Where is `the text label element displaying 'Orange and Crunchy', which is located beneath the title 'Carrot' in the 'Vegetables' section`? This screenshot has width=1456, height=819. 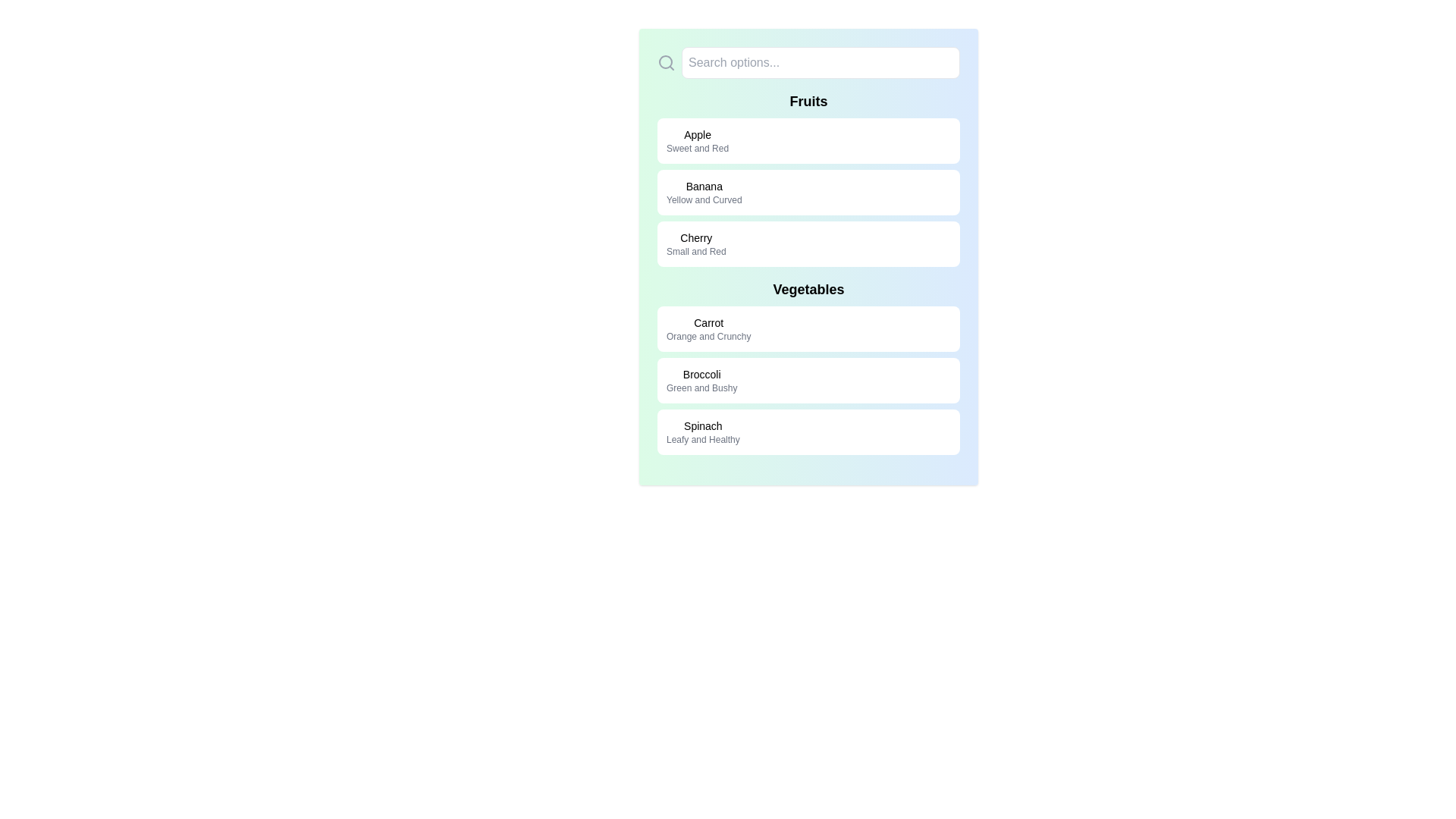 the text label element displaying 'Orange and Crunchy', which is located beneath the title 'Carrot' in the 'Vegetables' section is located at coordinates (708, 335).